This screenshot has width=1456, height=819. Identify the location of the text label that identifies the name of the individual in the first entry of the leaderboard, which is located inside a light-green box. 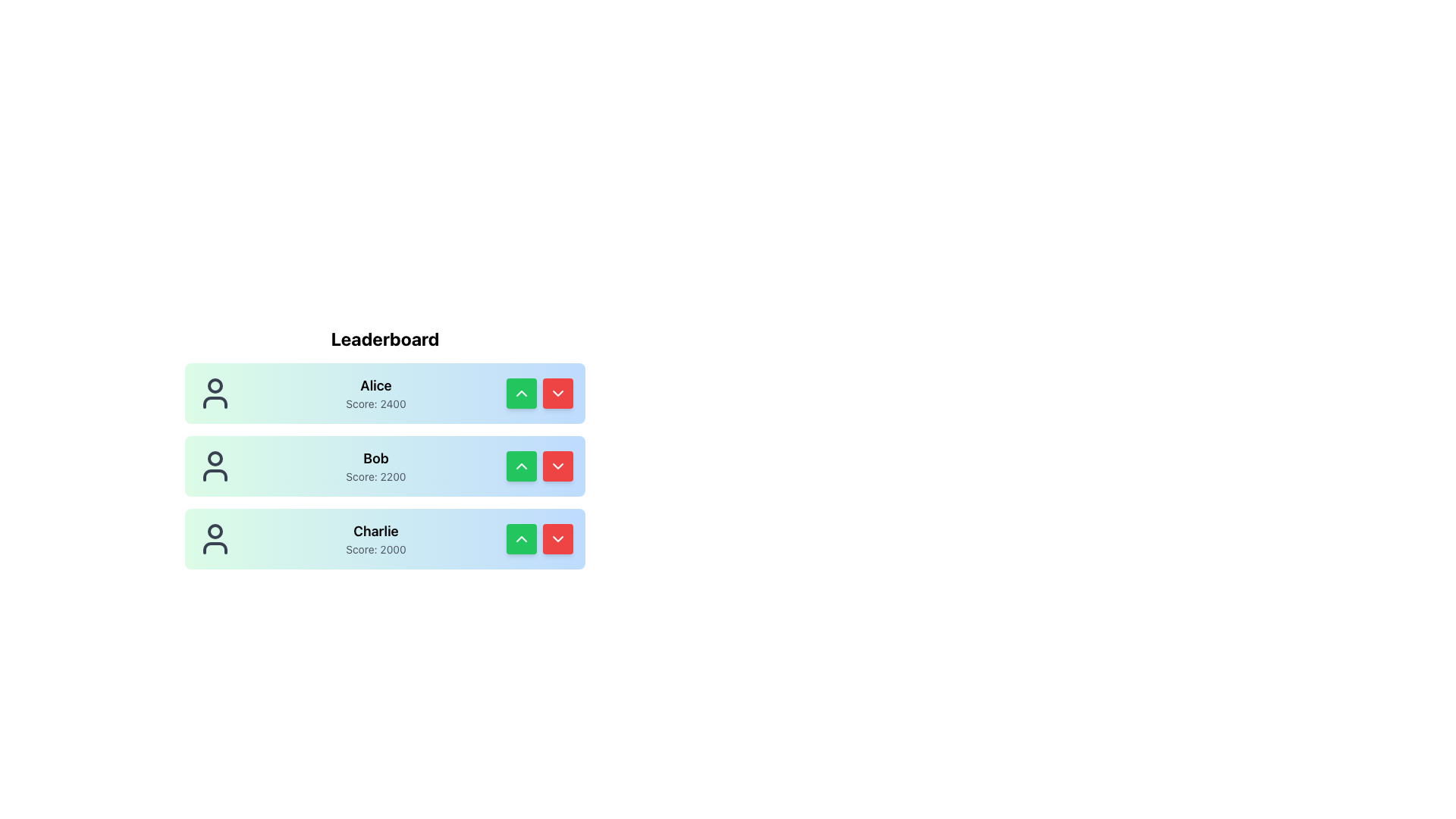
(375, 385).